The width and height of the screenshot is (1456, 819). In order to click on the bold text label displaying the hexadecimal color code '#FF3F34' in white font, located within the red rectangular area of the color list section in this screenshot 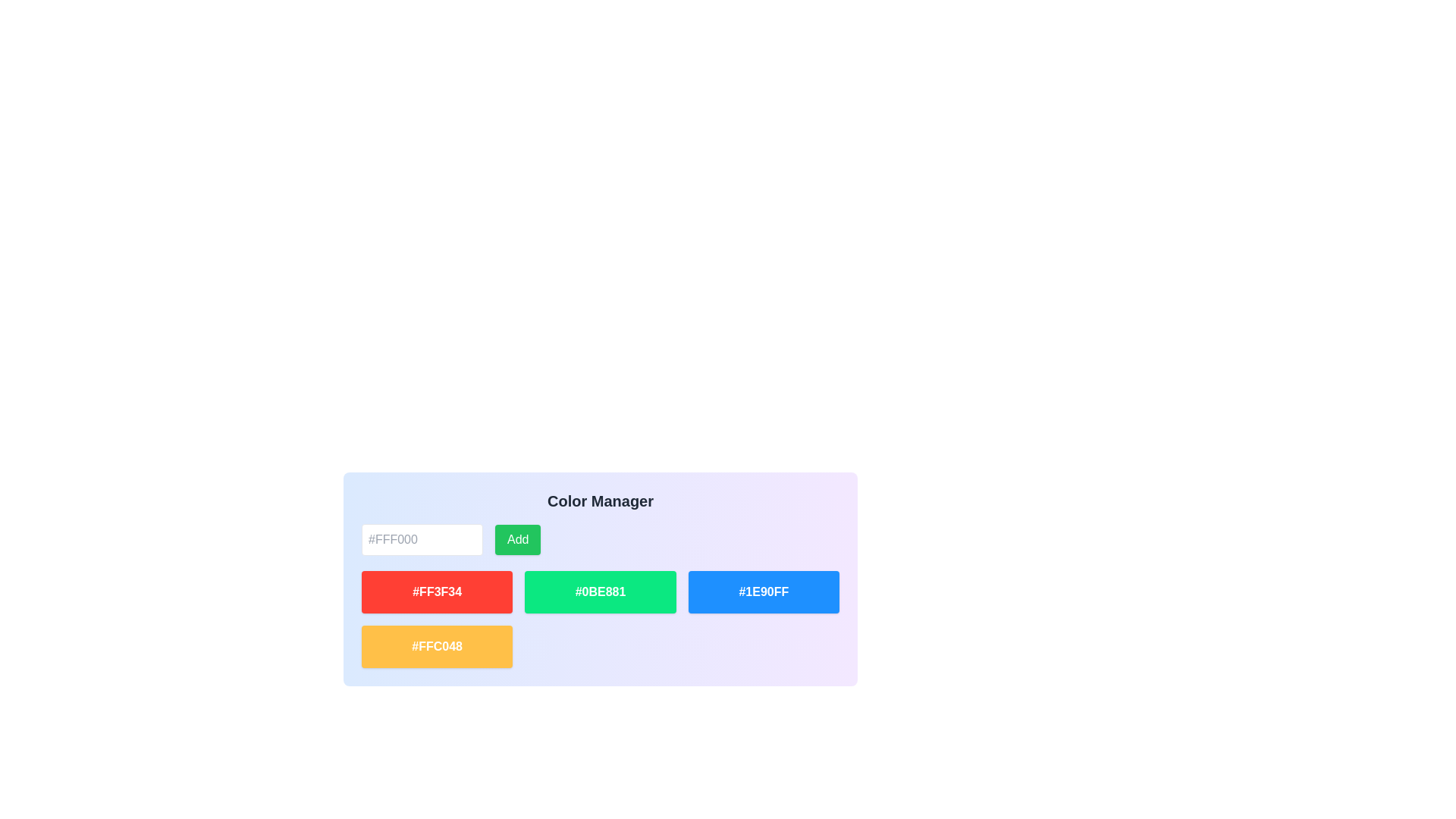, I will do `click(436, 591)`.